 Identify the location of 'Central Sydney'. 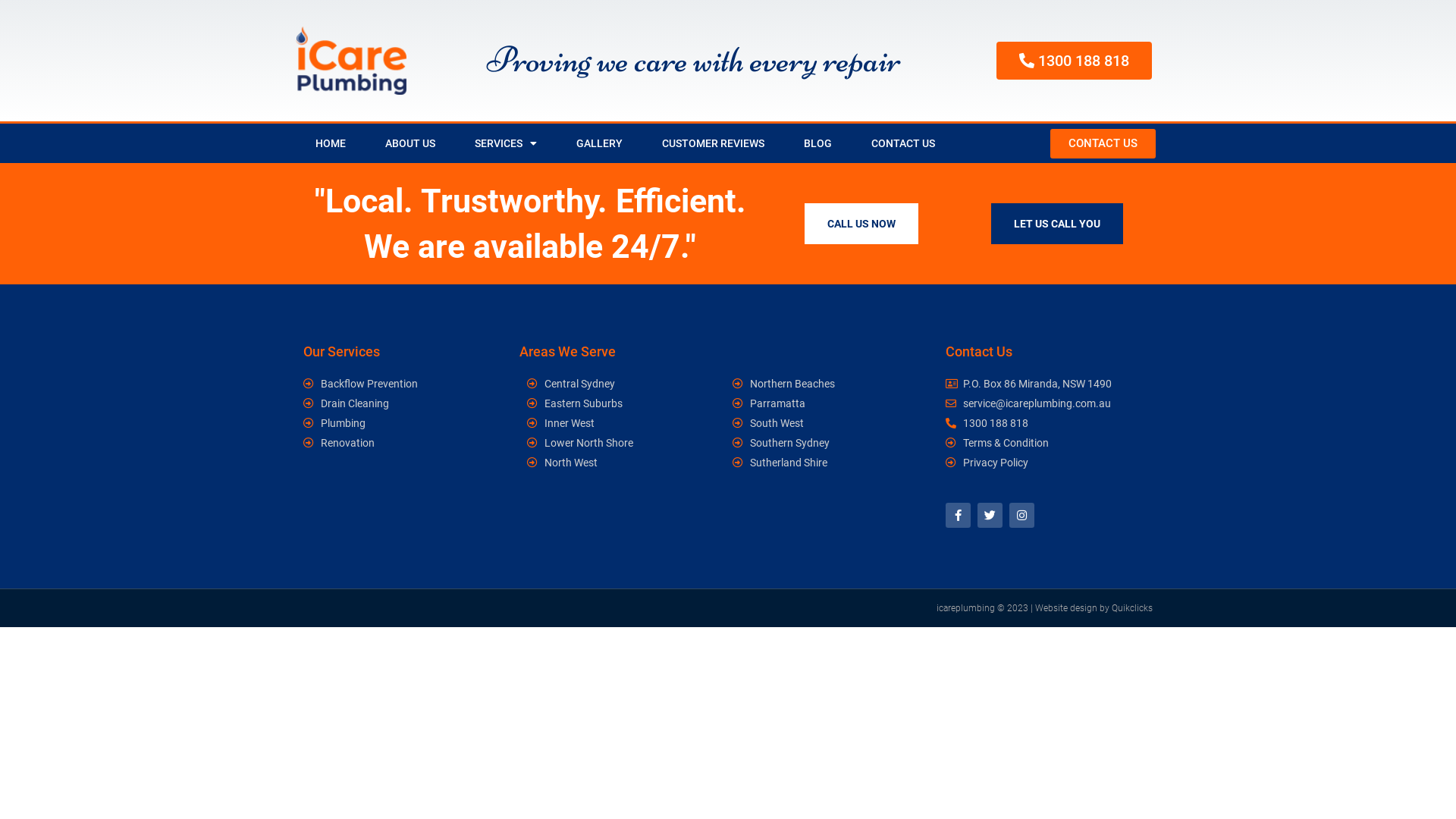
(527, 382).